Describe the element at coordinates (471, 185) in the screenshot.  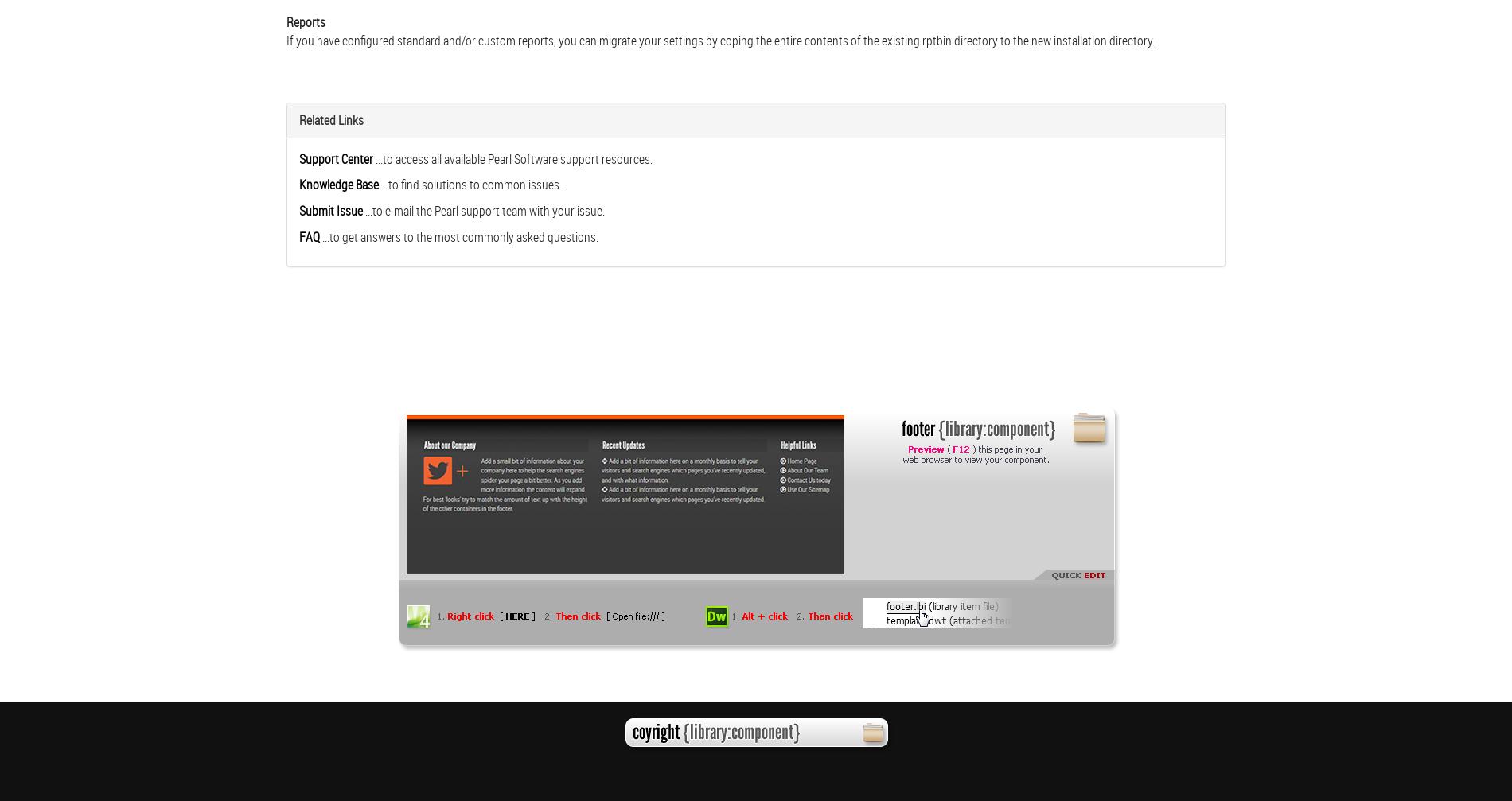
I see `'...to find solutions to common issues.'` at that location.